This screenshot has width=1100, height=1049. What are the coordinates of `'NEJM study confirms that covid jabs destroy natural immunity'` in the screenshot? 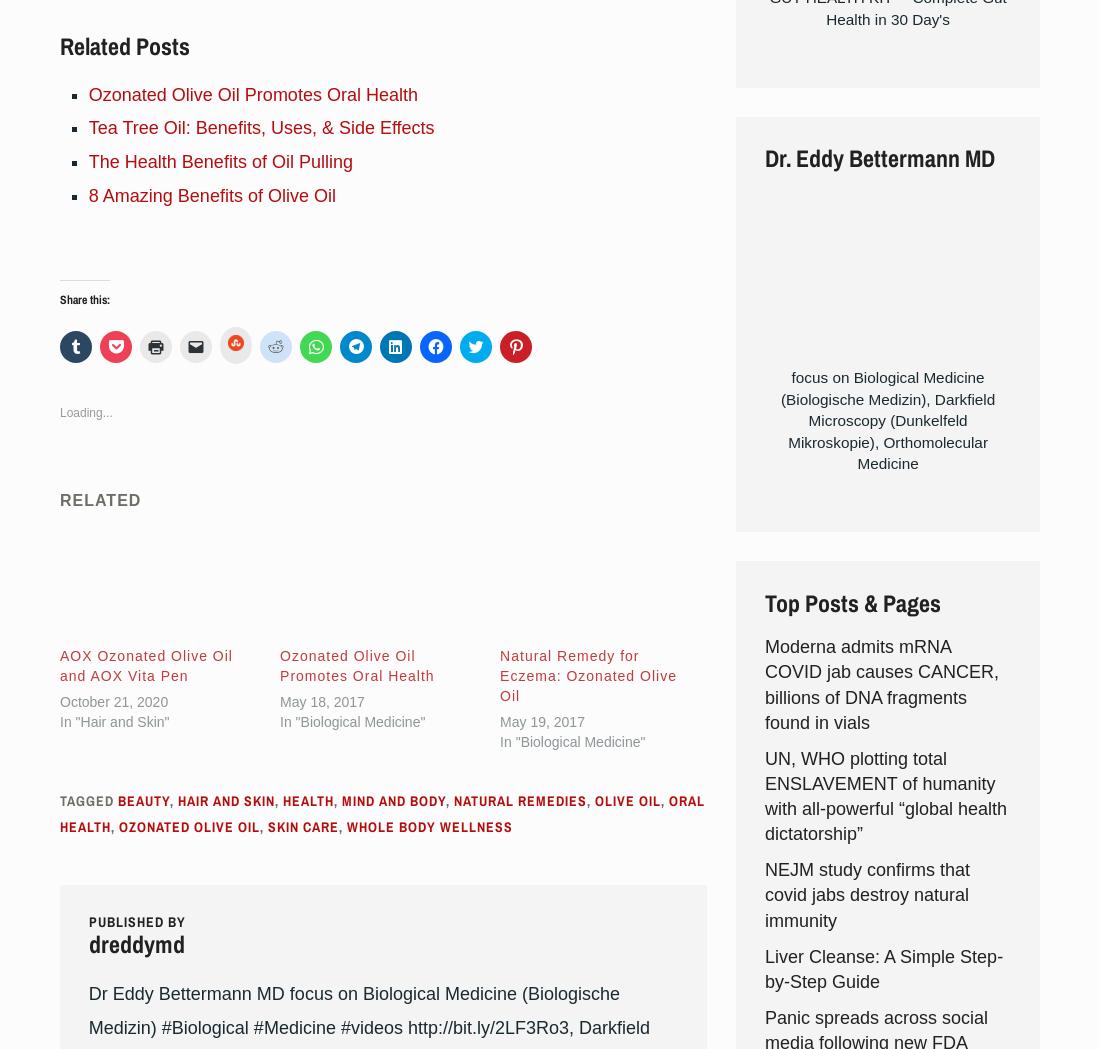 It's located at (765, 894).